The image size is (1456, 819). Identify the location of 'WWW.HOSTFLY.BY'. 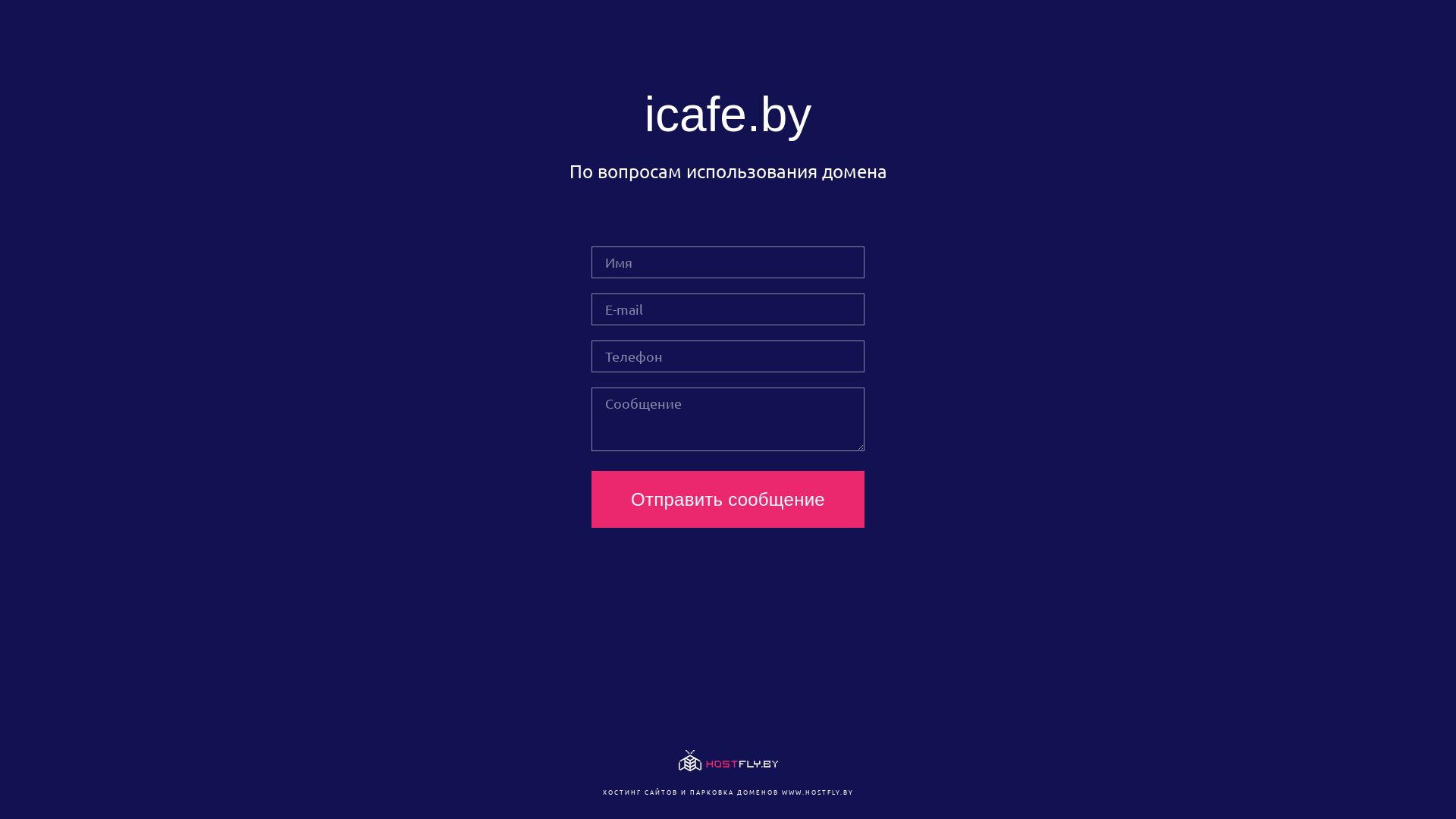
(781, 791).